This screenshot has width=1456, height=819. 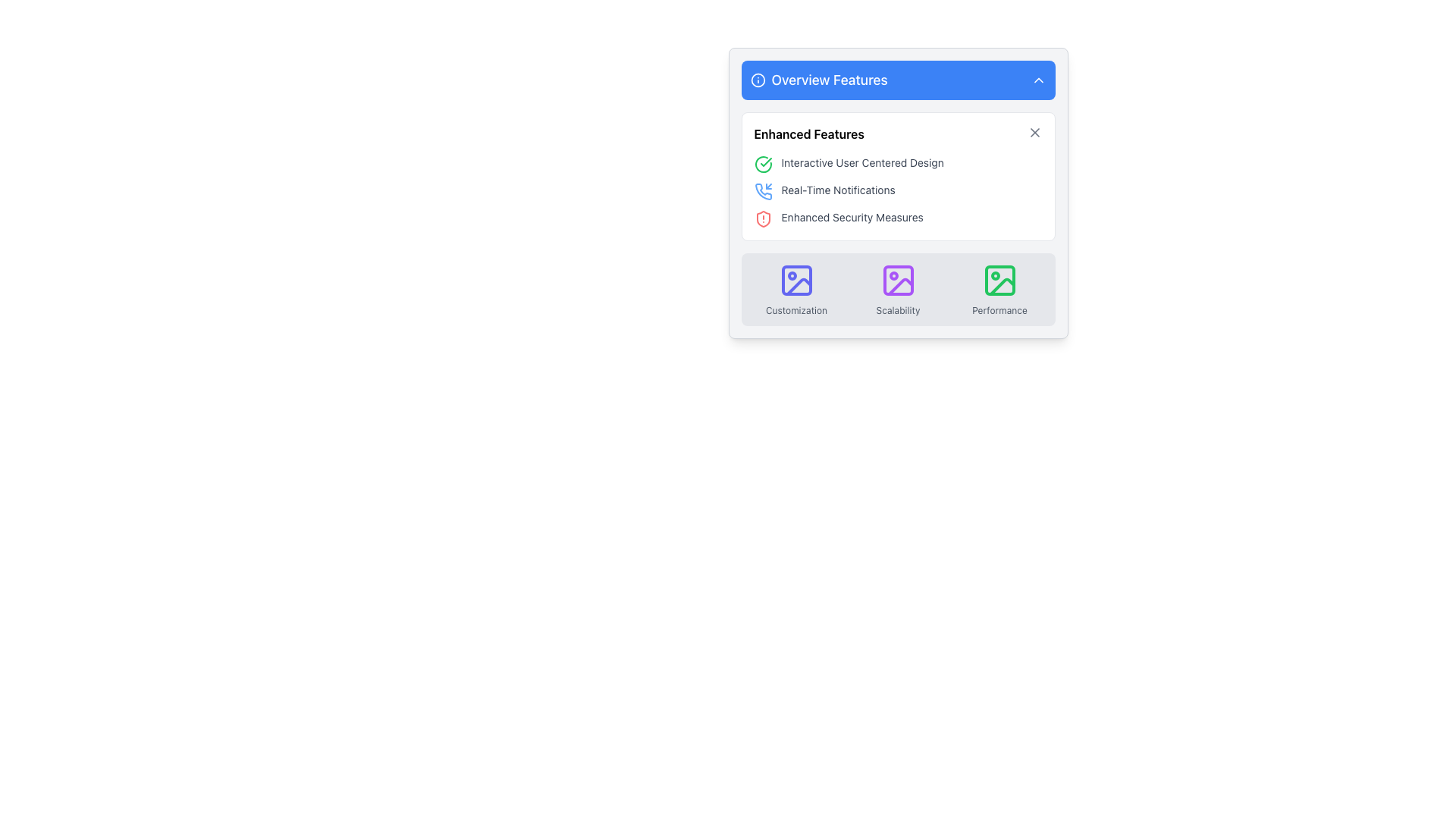 I want to click on the security feature icon located in the 'Enhanced Features' section, which is the third element in the list after the green checkmark and blue phone icons, so click(x=763, y=219).